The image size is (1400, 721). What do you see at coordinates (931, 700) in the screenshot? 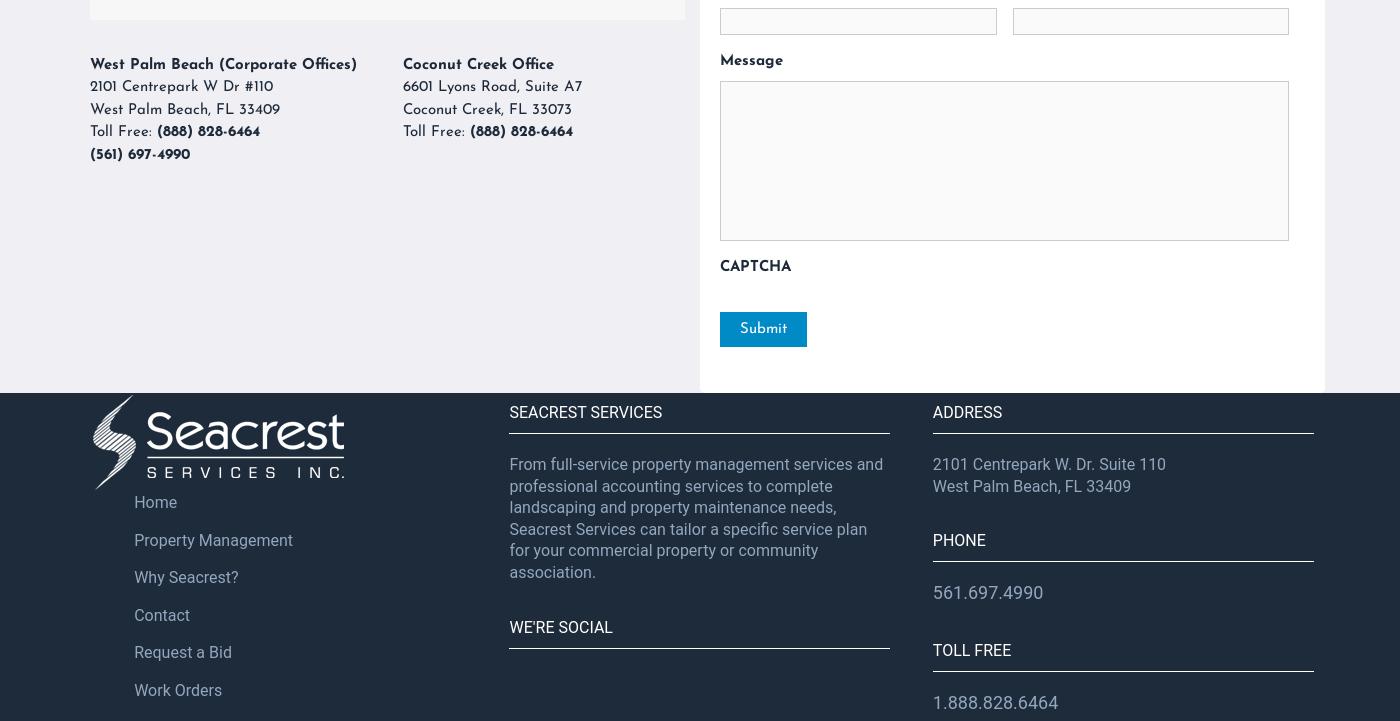
I see `'1.888.828.6464'` at bounding box center [931, 700].